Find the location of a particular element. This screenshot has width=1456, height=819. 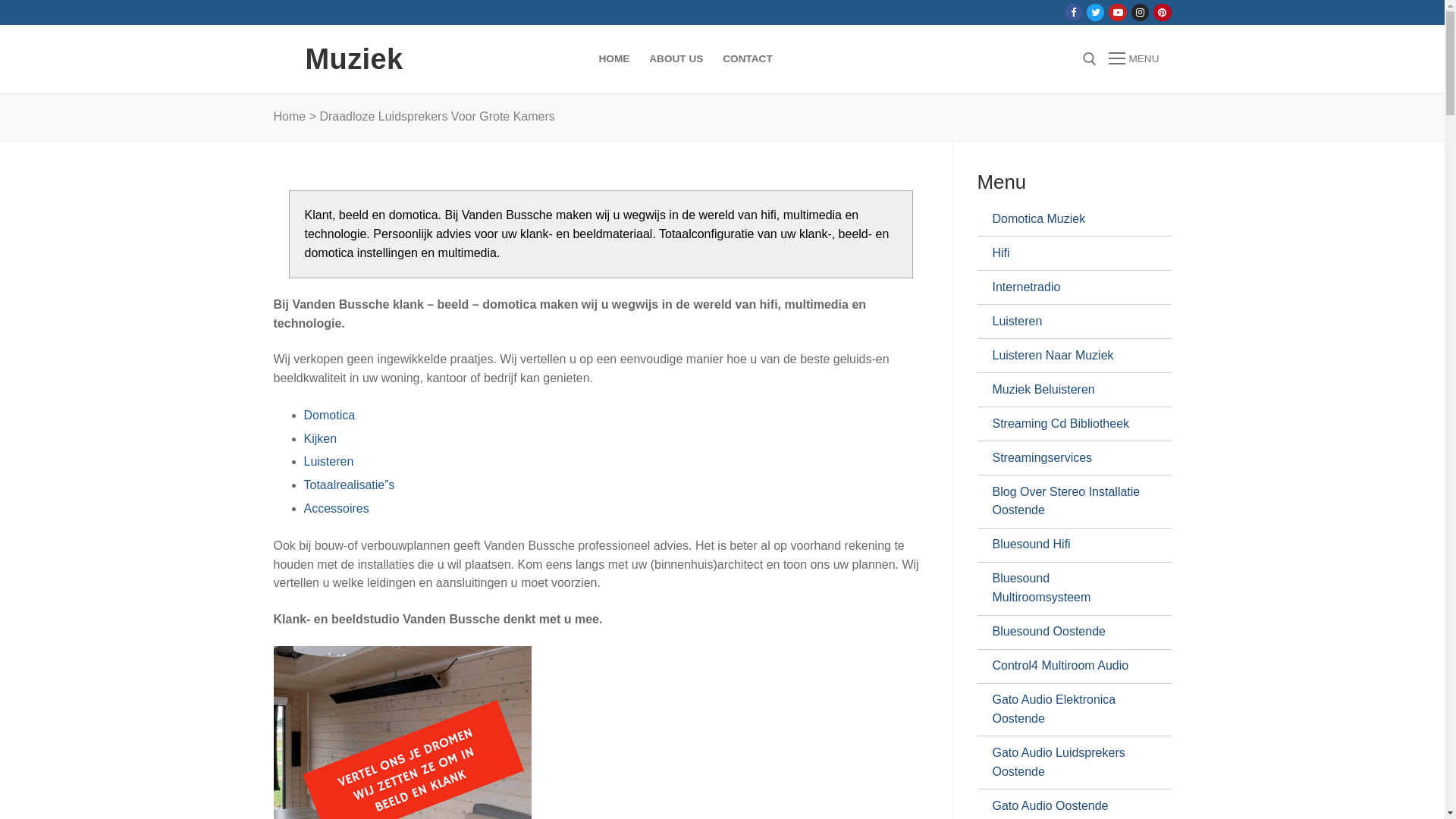

'Instagram' is located at coordinates (1135, 12).